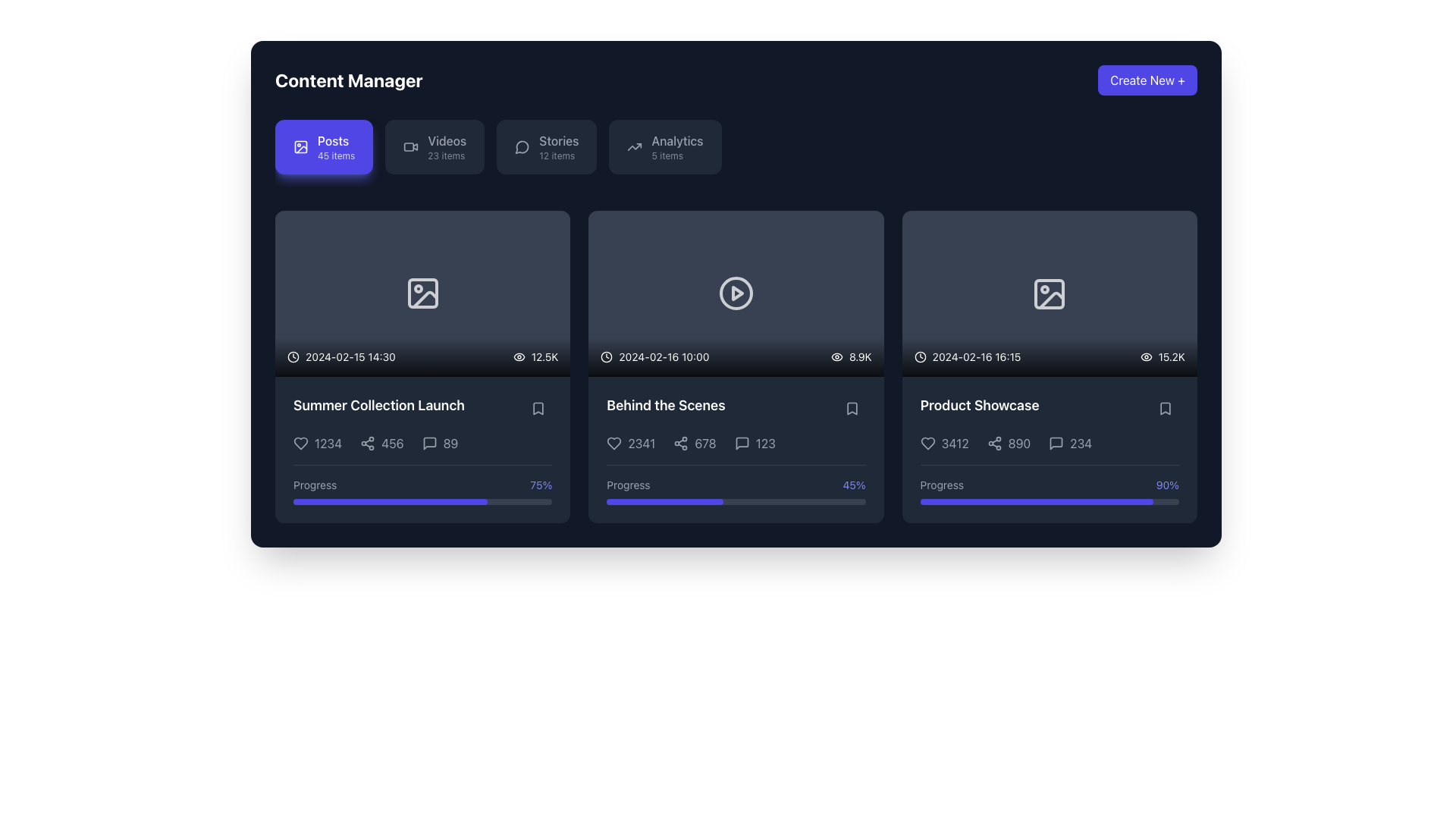 The image size is (1456, 819). I want to click on the first button in the header section of the content management interface, so click(323, 146).